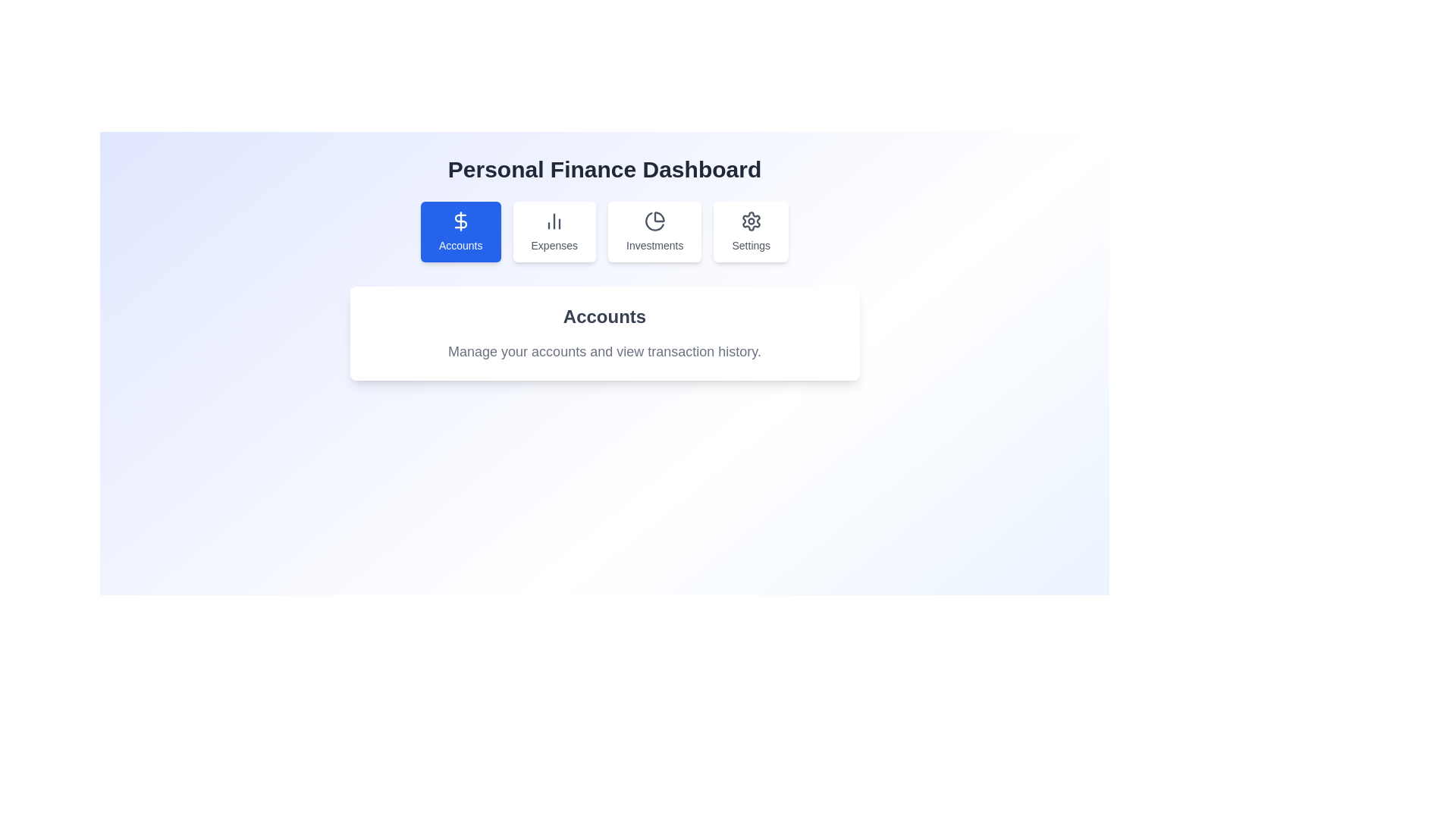 This screenshot has height=819, width=1456. Describe the element at coordinates (751, 221) in the screenshot. I see `the settings icon, which is the fourth button in the top menu bar, representing configuration or preferences` at that location.